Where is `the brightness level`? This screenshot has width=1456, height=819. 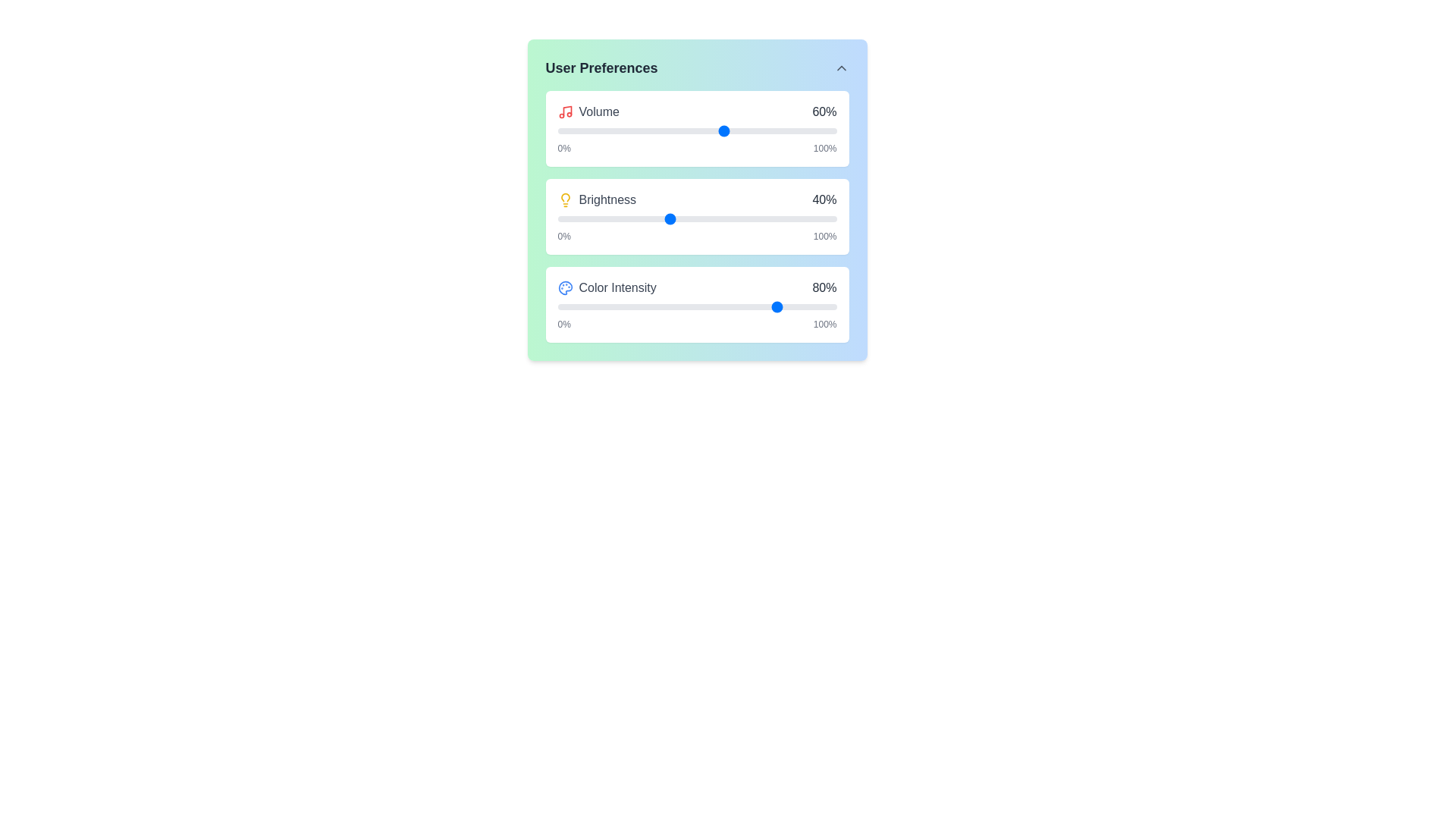 the brightness level is located at coordinates (613, 219).